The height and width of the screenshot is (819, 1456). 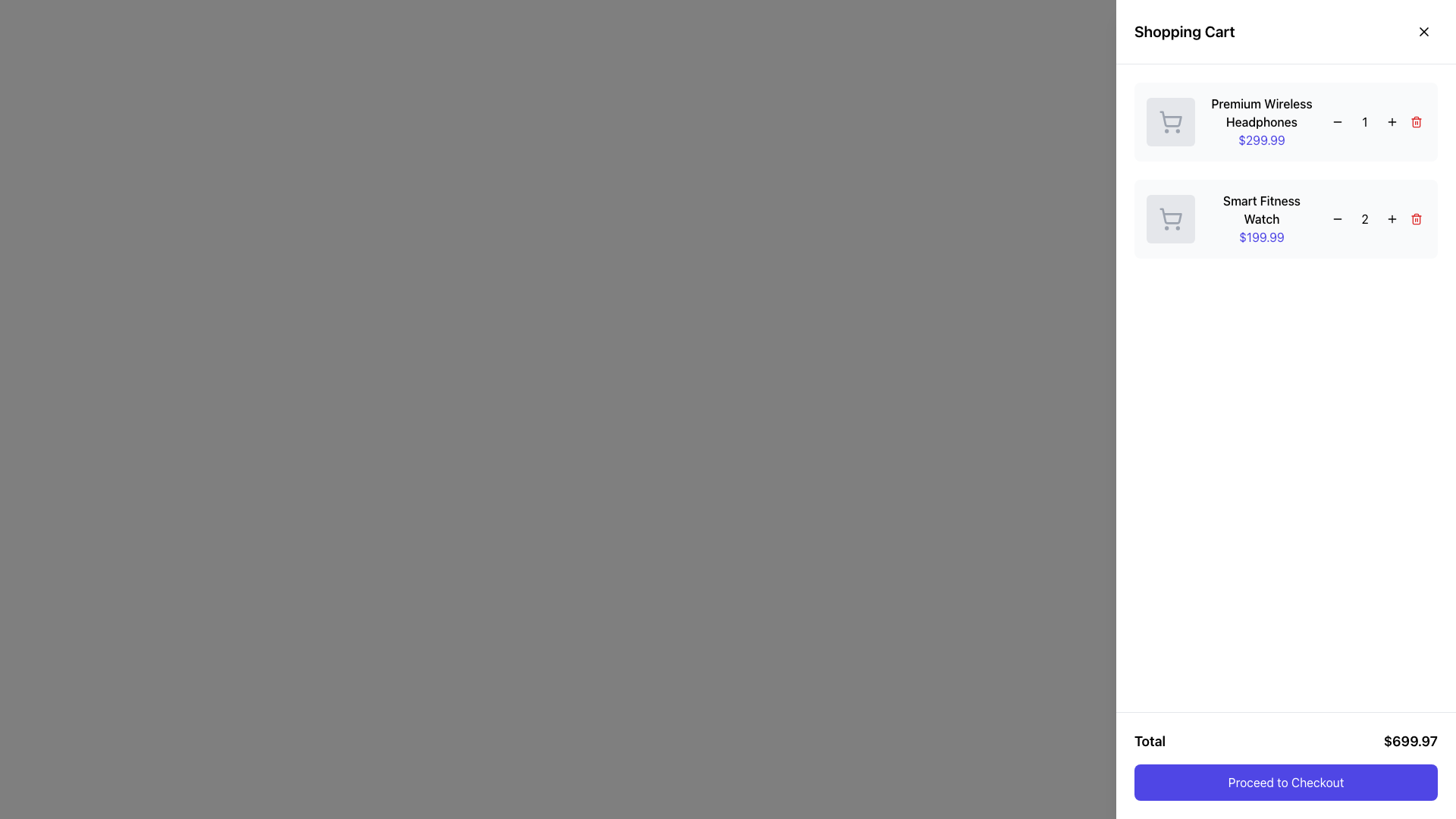 What do you see at coordinates (1337, 121) in the screenshot?
I see `the minus sign icon button located to the right of 'Premium Wireless Headphones' to decrement the associated item's quantity` at bounding box center [1337, 121].